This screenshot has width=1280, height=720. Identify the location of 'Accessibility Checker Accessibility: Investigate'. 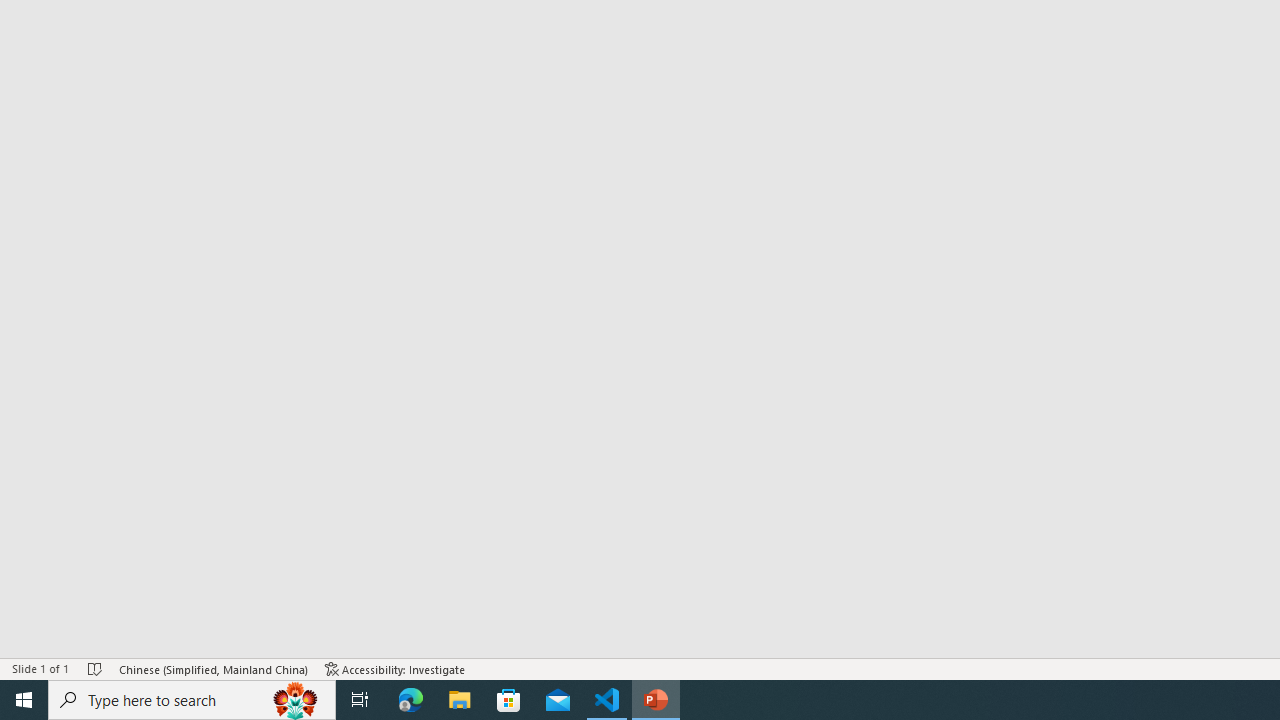
(395, 669).